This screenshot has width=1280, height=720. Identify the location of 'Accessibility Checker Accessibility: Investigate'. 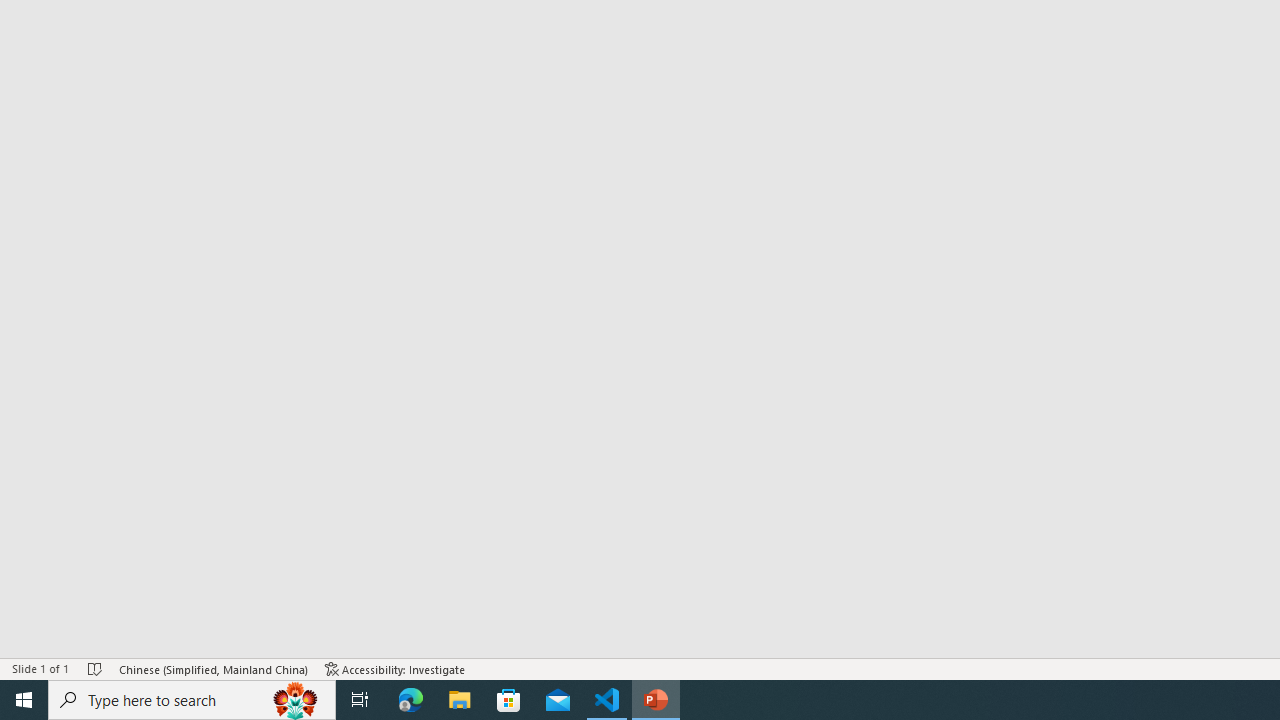
(395, 669).